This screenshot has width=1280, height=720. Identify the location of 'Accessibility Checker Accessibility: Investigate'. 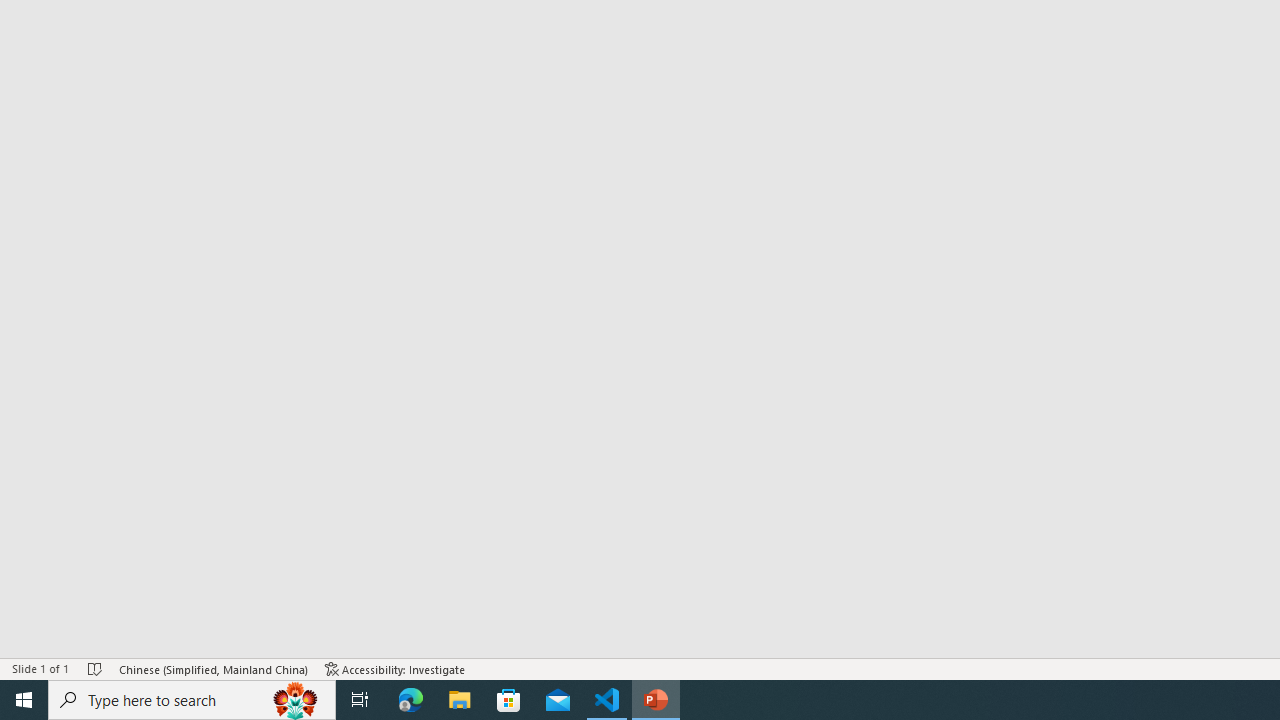
(395, 669).